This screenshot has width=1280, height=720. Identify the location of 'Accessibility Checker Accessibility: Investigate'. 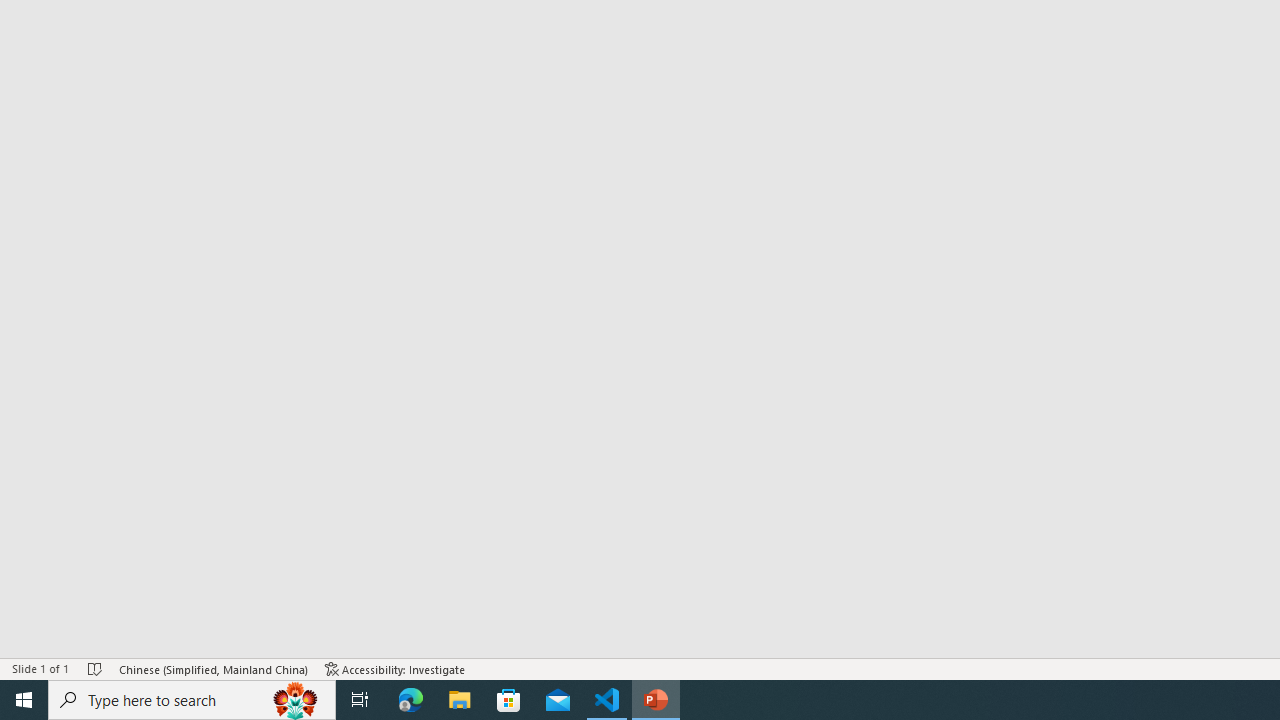
(395, 669).